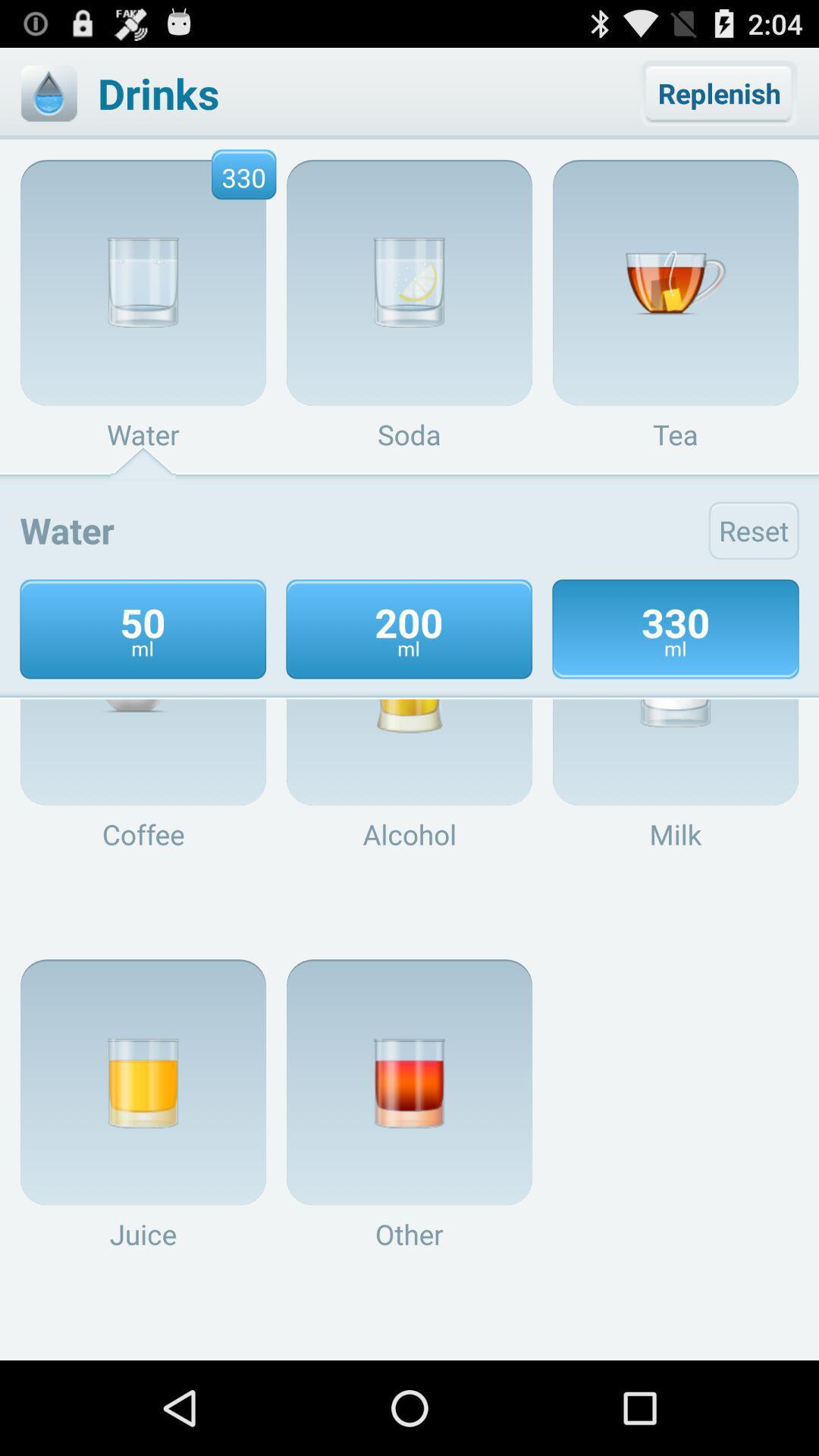 This screenshot has width=819, height=1456. I want to click on drink, so click(48, 93).